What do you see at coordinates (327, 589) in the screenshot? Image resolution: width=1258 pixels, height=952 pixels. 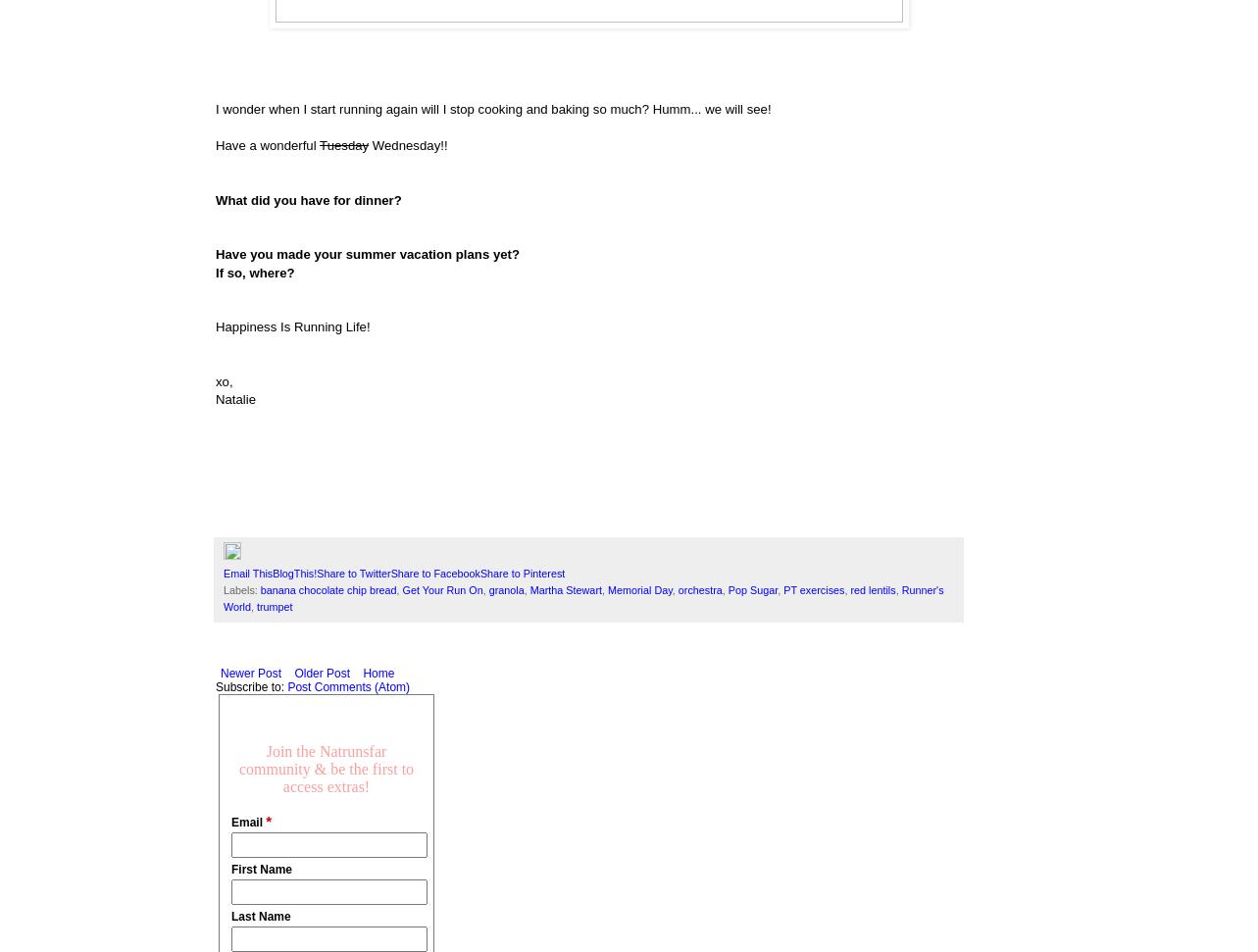 I see `'banana chocolate chip bread'` at bounding box center [327, 589].